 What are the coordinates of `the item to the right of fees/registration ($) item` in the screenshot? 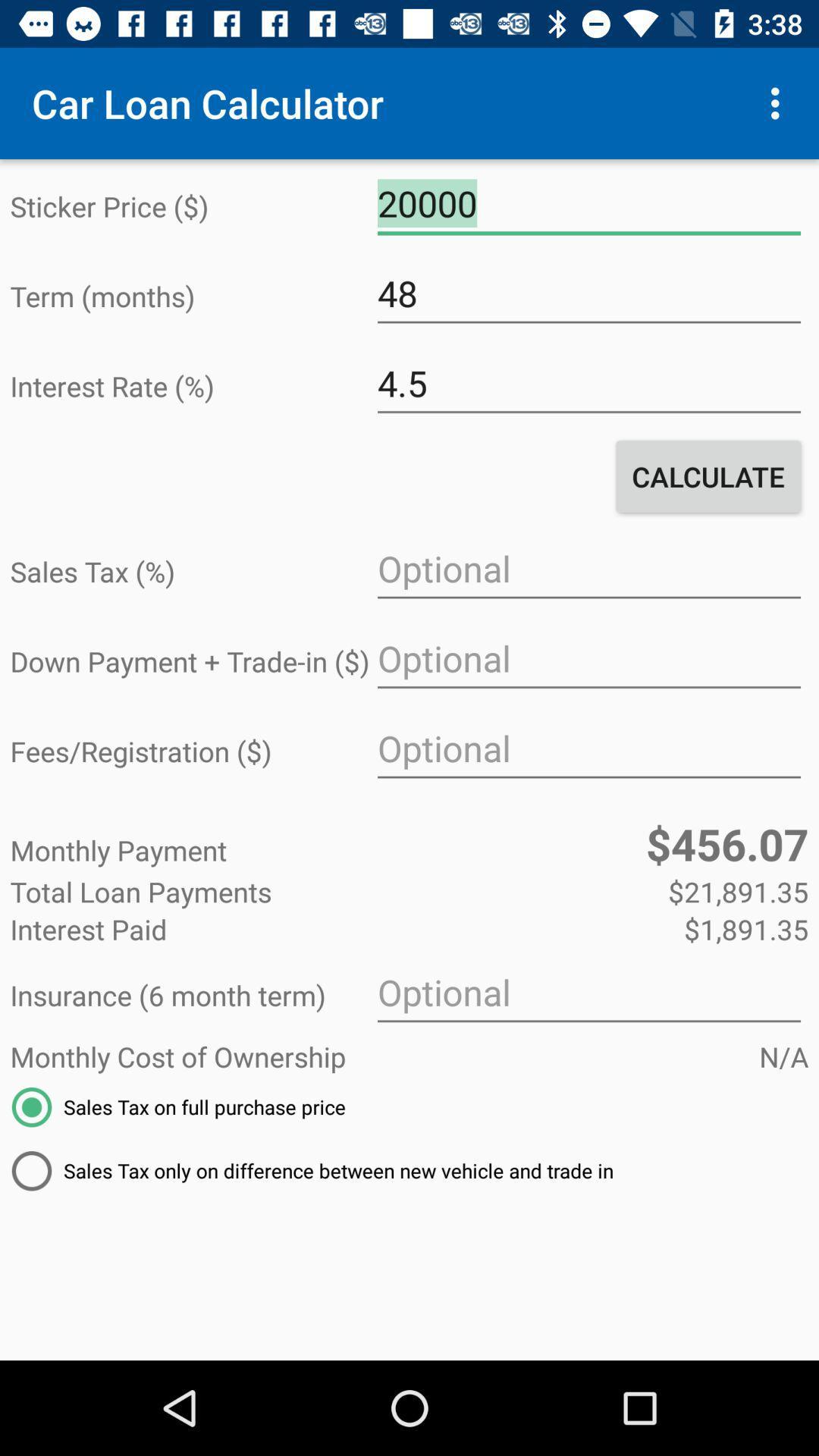 It's located at (588, 748).